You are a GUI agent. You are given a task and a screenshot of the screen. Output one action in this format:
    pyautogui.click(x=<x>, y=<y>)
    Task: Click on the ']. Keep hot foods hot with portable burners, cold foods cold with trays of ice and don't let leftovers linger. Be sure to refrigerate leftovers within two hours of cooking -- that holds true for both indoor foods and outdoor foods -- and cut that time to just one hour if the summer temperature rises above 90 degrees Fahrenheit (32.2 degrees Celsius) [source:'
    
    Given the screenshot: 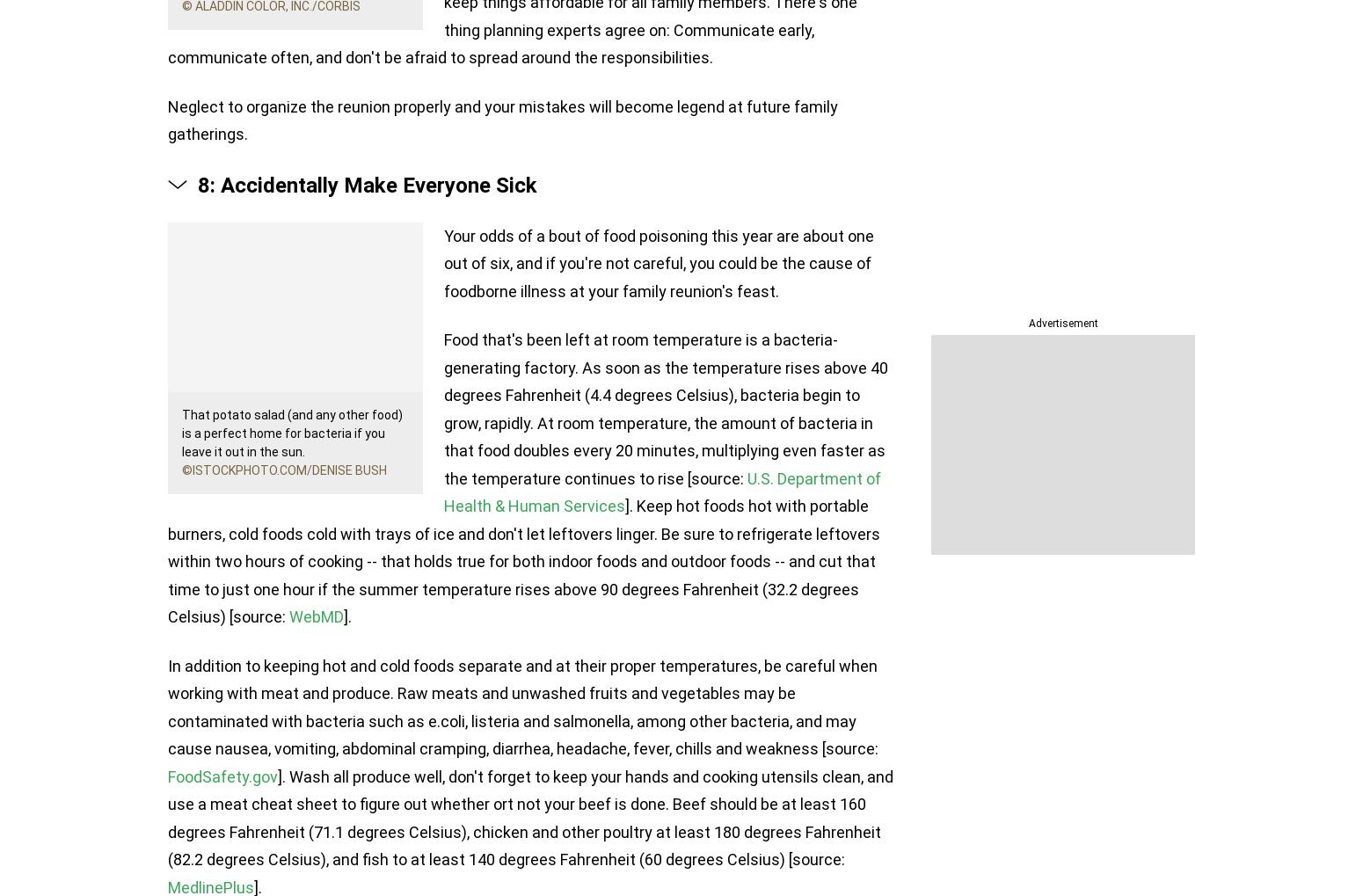 What is the action you would take?
    pyautogui.click(x=523, y=561)
    